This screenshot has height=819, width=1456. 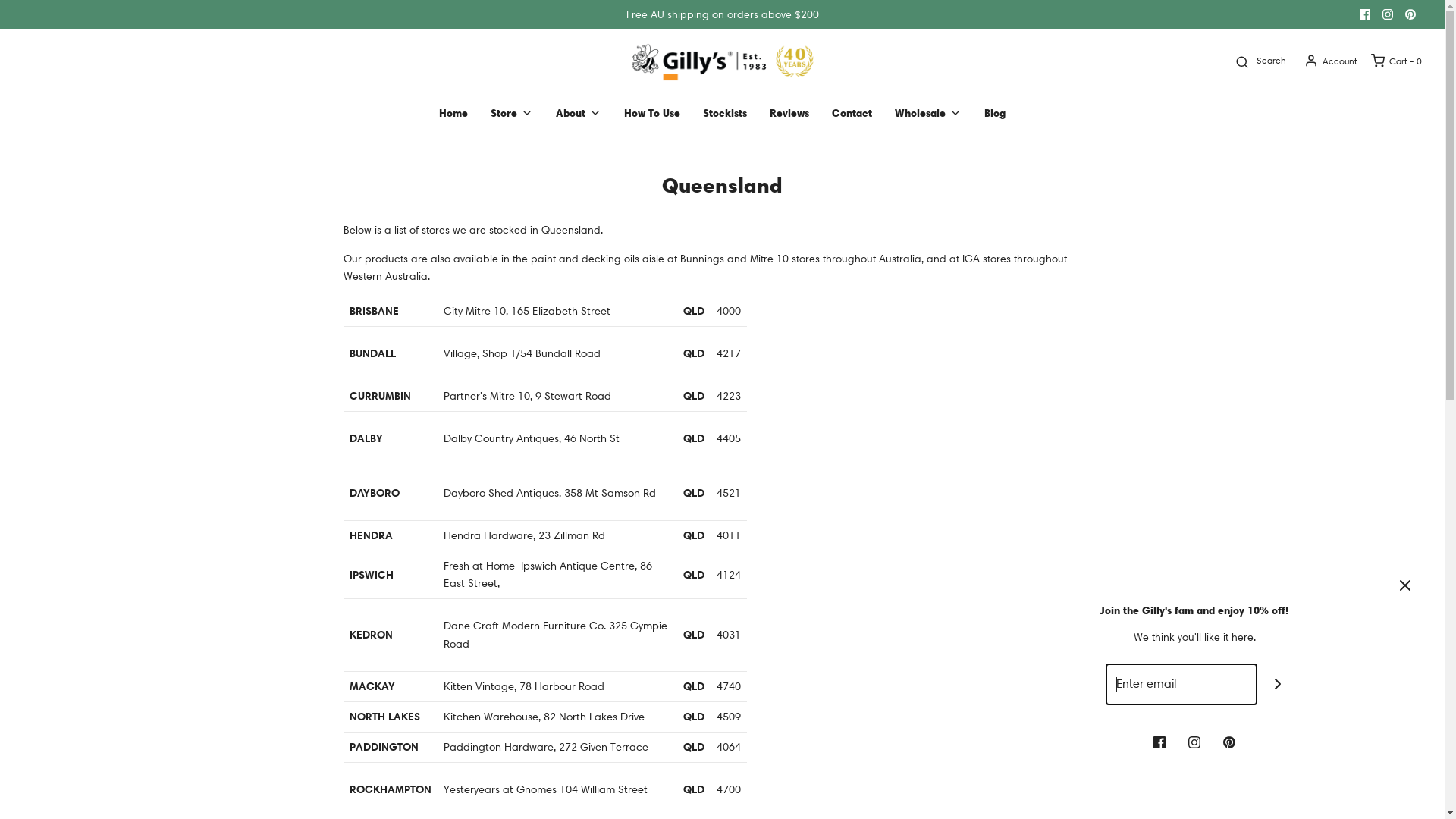 What do you see at coordinates (453, 112) in the screenshot?
I see `'Home'` at bounding box center [453, 112].